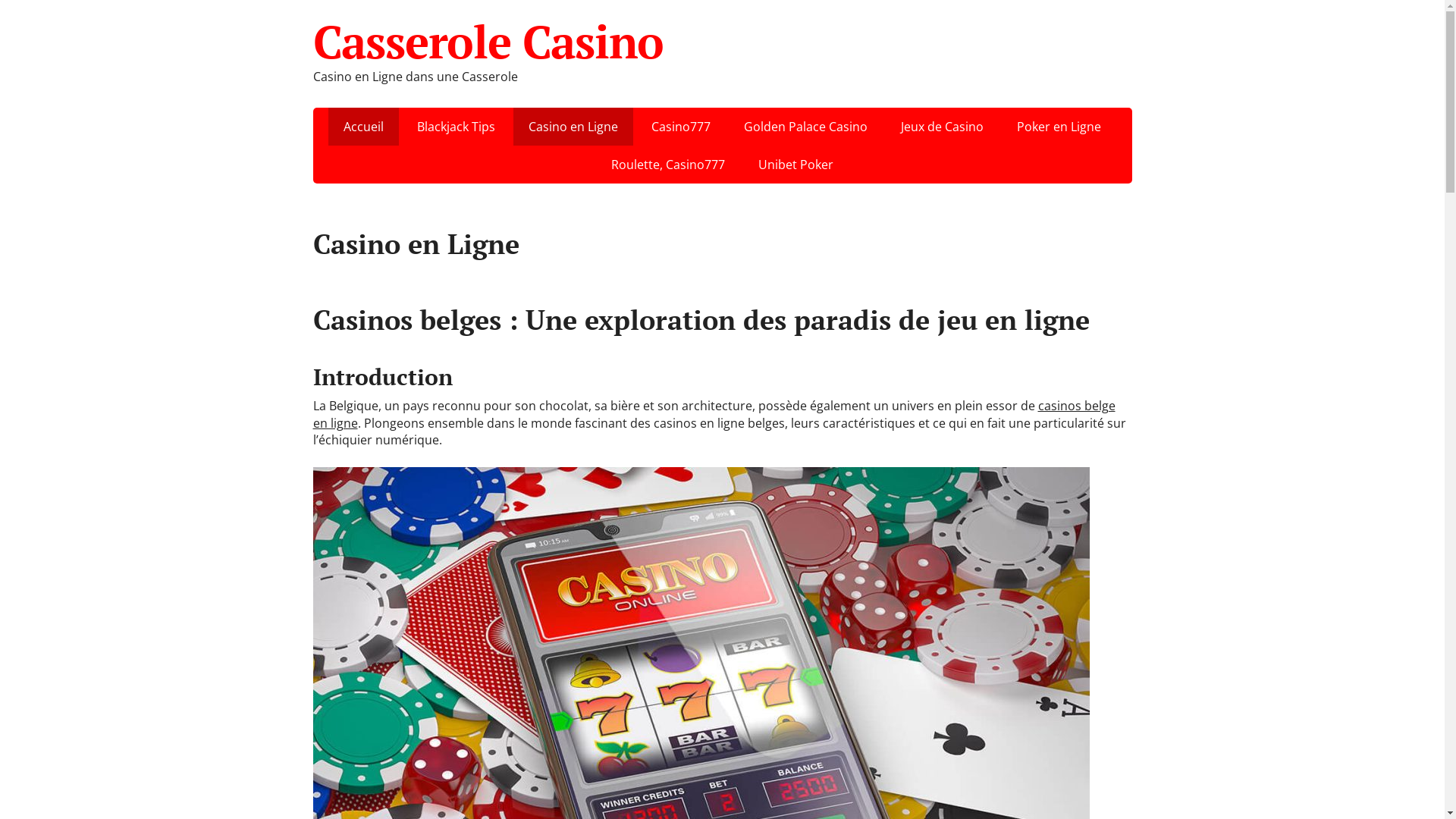 Image resolution: width=1456 pixels, height=819 pixels. Describe the element at coordinates (572, 125) in the screenshot. I see `'Casino en Ligne'` at that location.